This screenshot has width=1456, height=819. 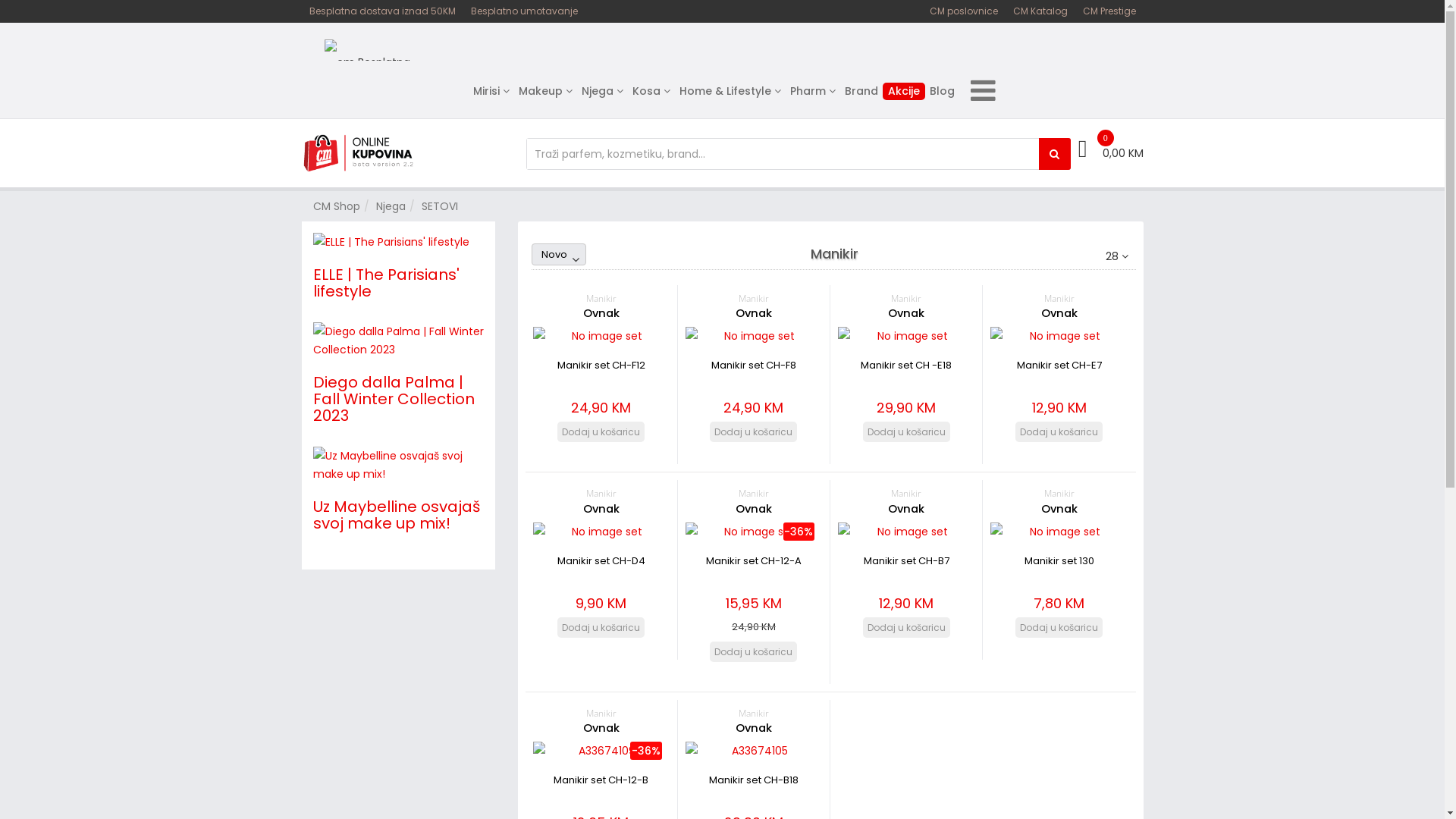 I want to click on 'Manikir set 130', so click(x=1058, y=560).